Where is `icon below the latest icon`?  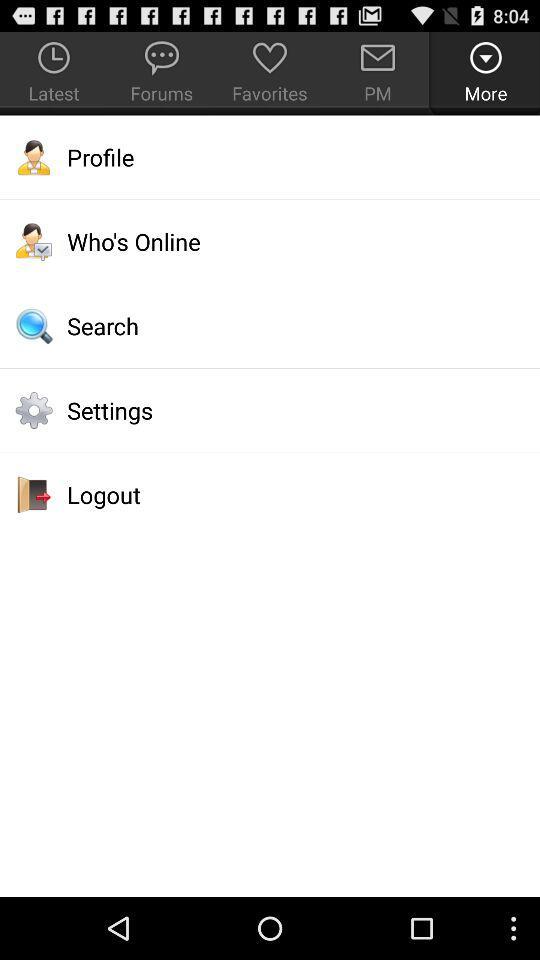 icon below the latest icon is located at coordinates (270, 156).